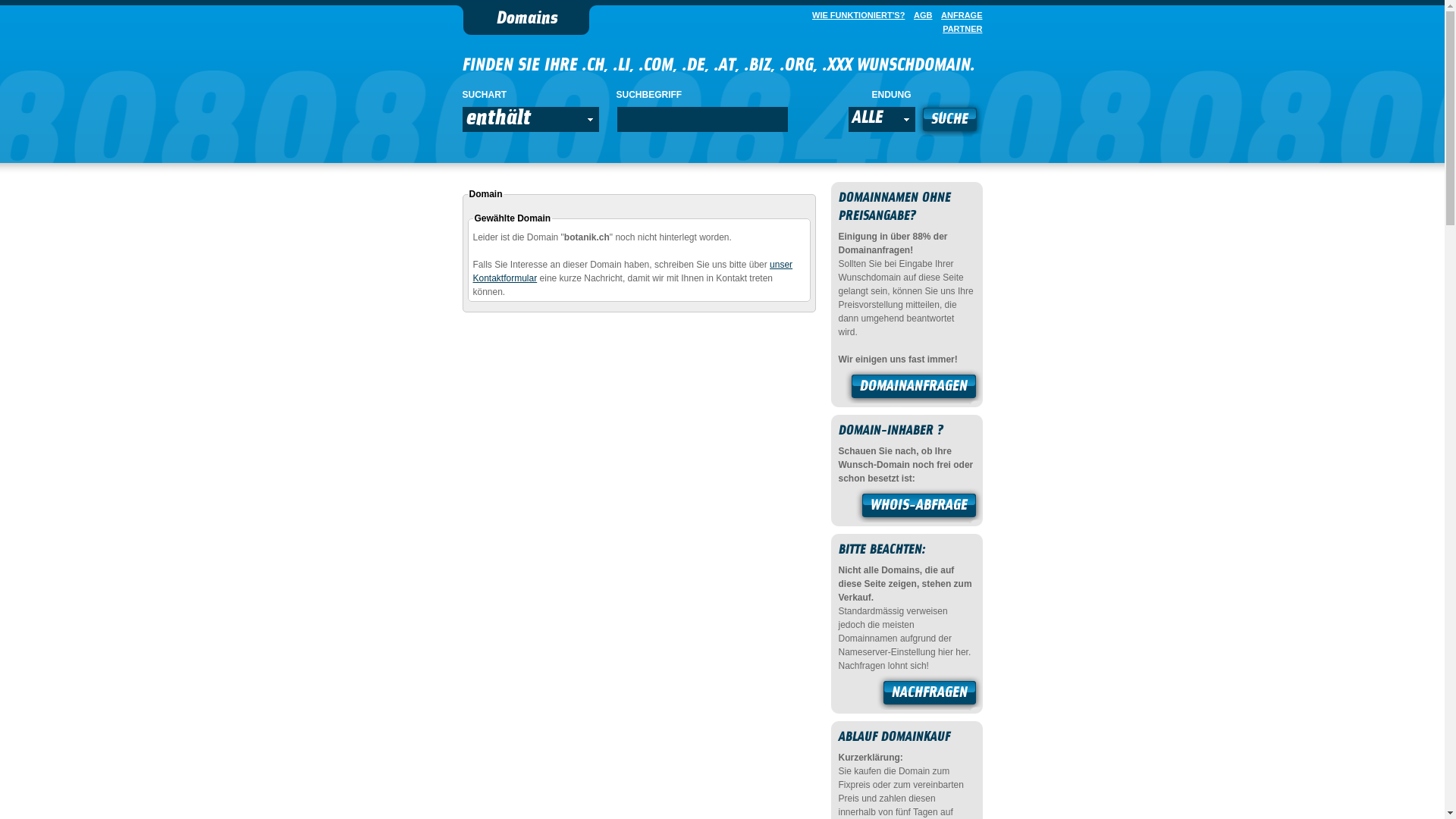 The width and height of the screenshot is (1456, 819). I want to click on 'WHOIS-ABFRAGE', so click(918, 507).